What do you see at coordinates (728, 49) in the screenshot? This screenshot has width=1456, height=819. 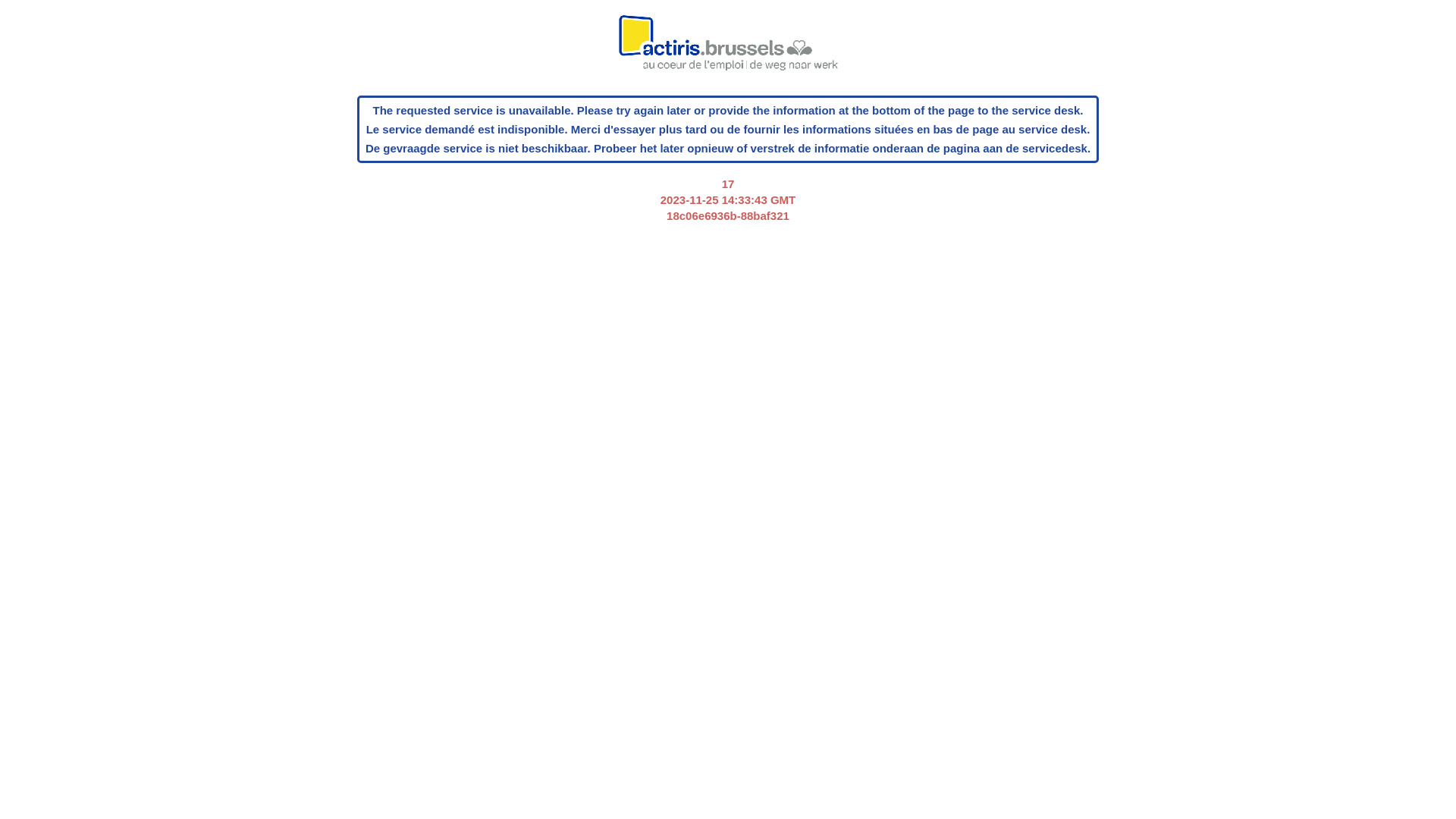 I see `'actiris_logo.png'` at bounding box center [728, 49].